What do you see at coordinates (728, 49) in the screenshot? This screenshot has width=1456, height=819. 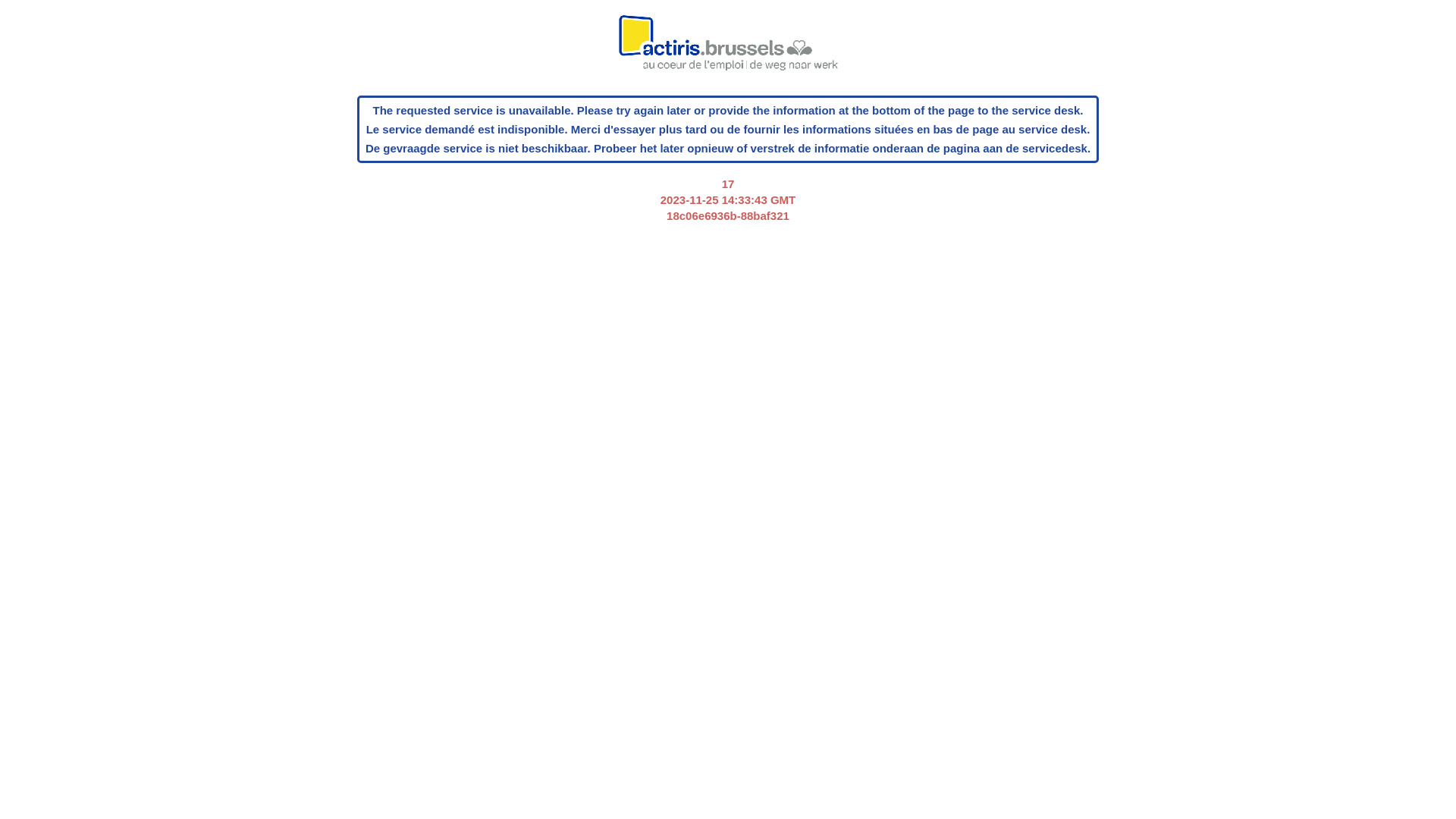 I see `'actiris_logo.png'` at bounding box center [728, 49].